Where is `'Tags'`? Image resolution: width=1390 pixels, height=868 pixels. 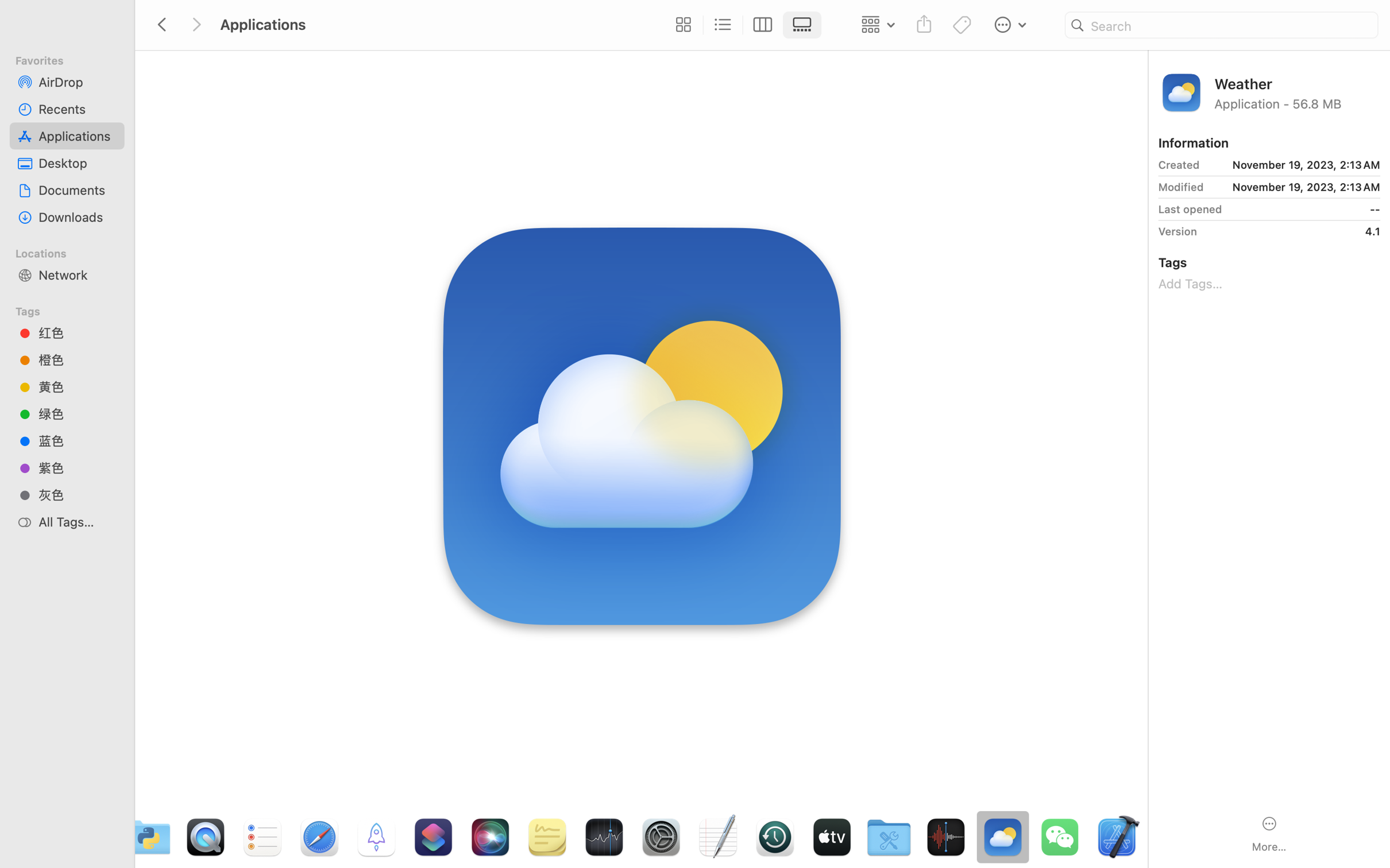
'Tags' is located at coordinates (72, 309).